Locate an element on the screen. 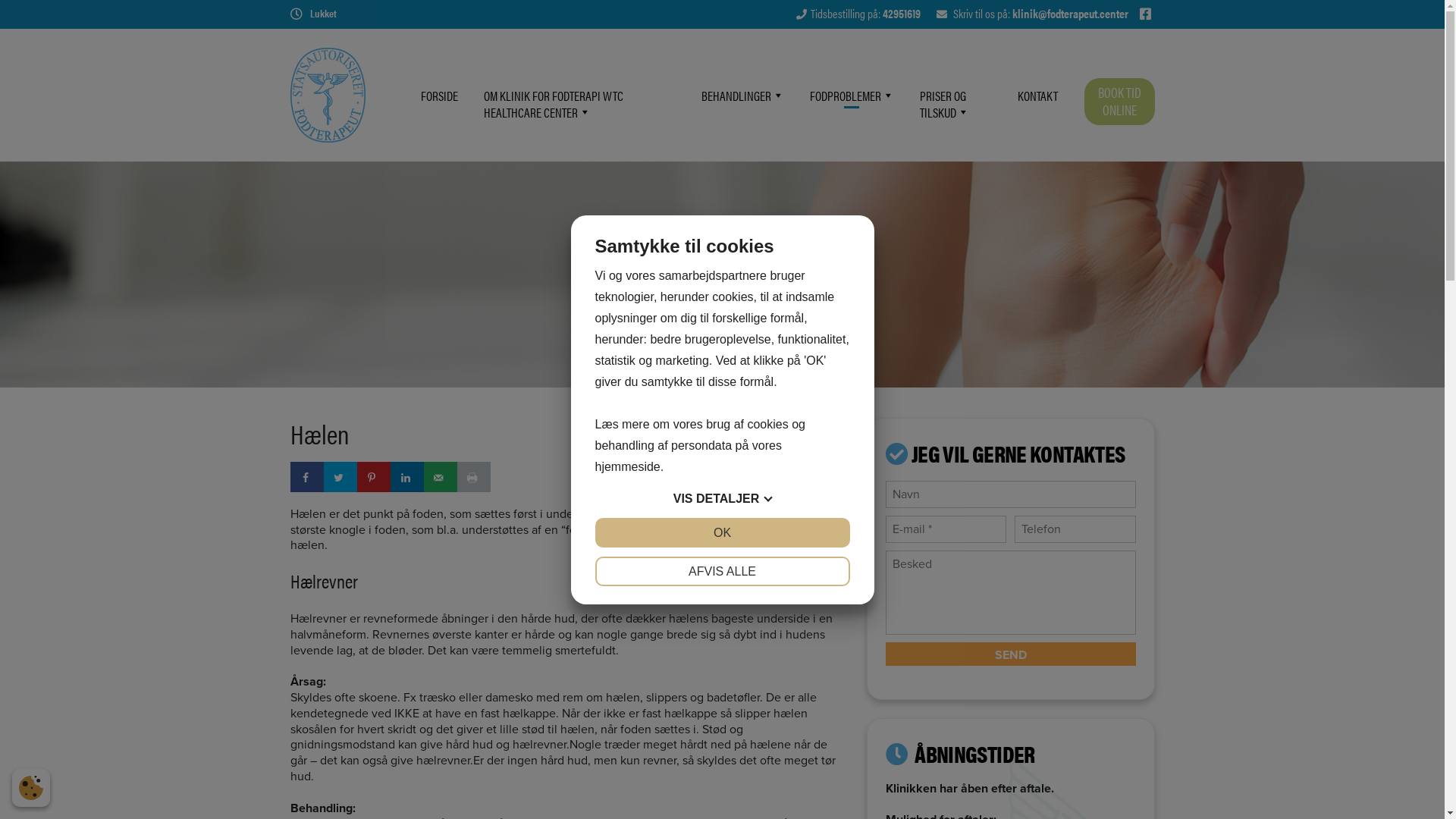  'Send' is located at coordinates (1011, 653).